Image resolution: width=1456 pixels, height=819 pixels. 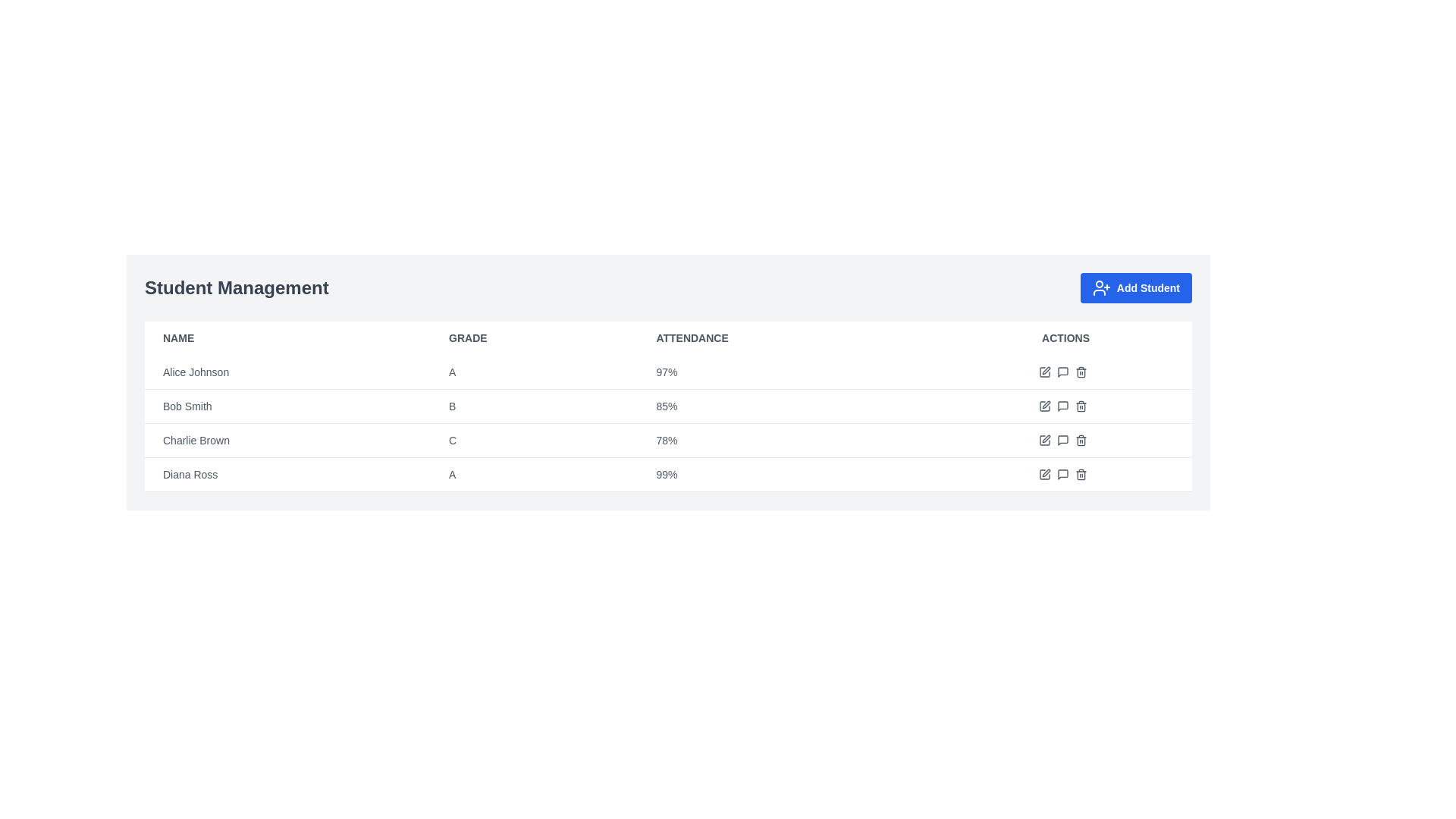 What do you see at coordinates (1065, 473) in the screenshot?
I see `the middle icon` at bounding box center [1065, 473].